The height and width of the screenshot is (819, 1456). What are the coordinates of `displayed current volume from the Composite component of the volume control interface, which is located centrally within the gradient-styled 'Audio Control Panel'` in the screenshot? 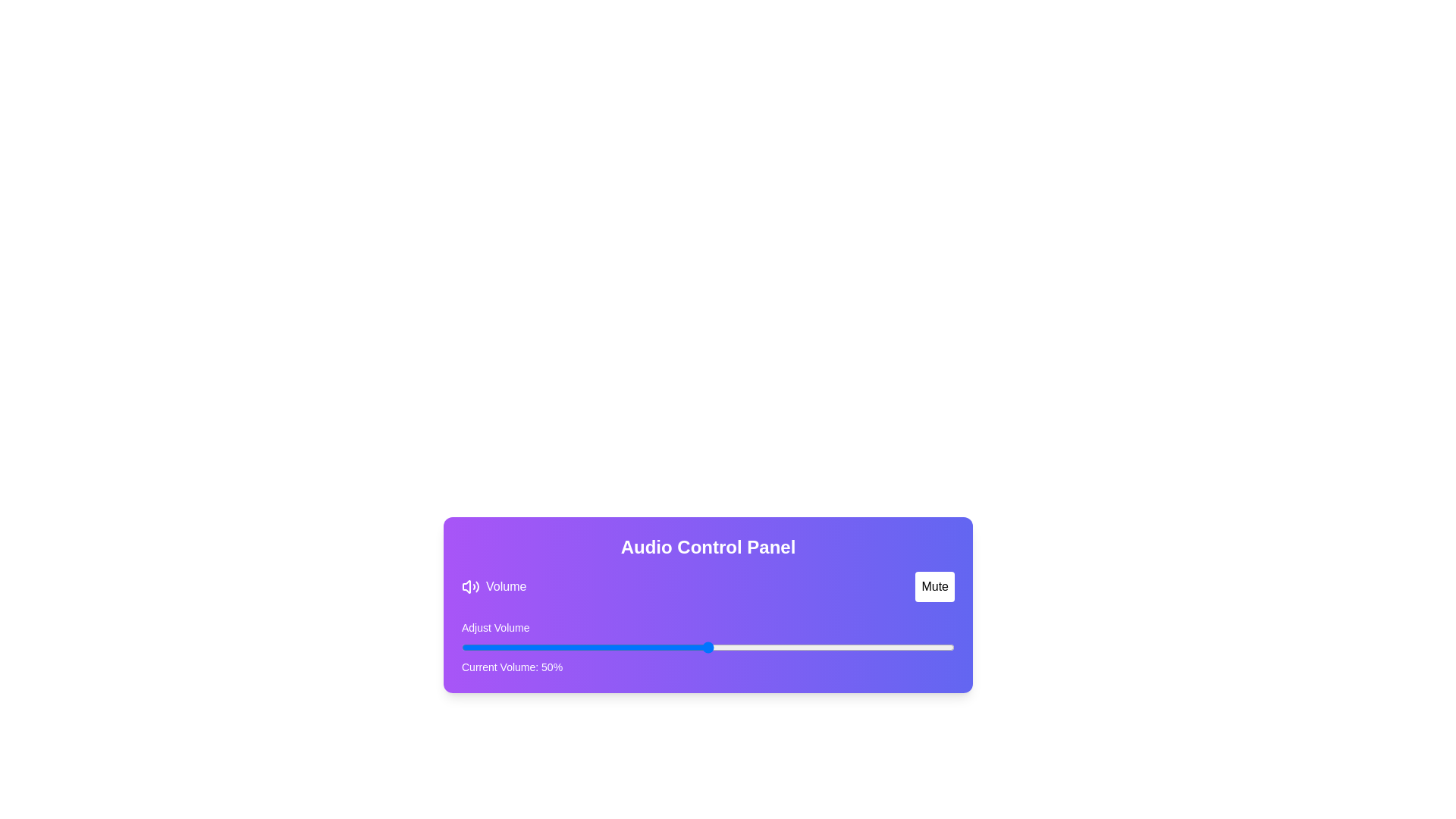 It's located at (708, 623).